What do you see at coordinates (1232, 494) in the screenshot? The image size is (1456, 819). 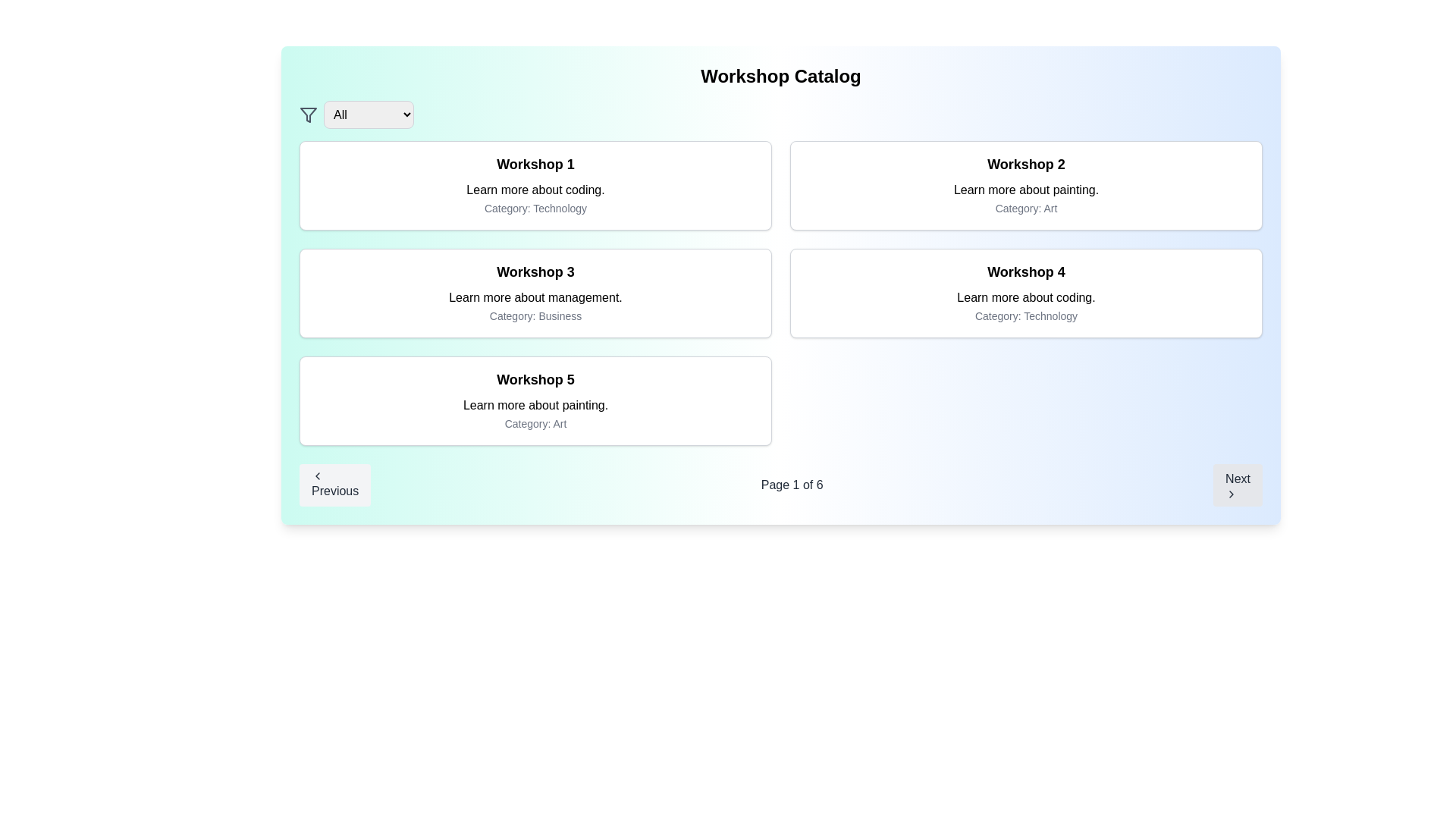 I see `the small right-pointing chevron icon next to the 'Next' button` at bounding box center [1232, 494].